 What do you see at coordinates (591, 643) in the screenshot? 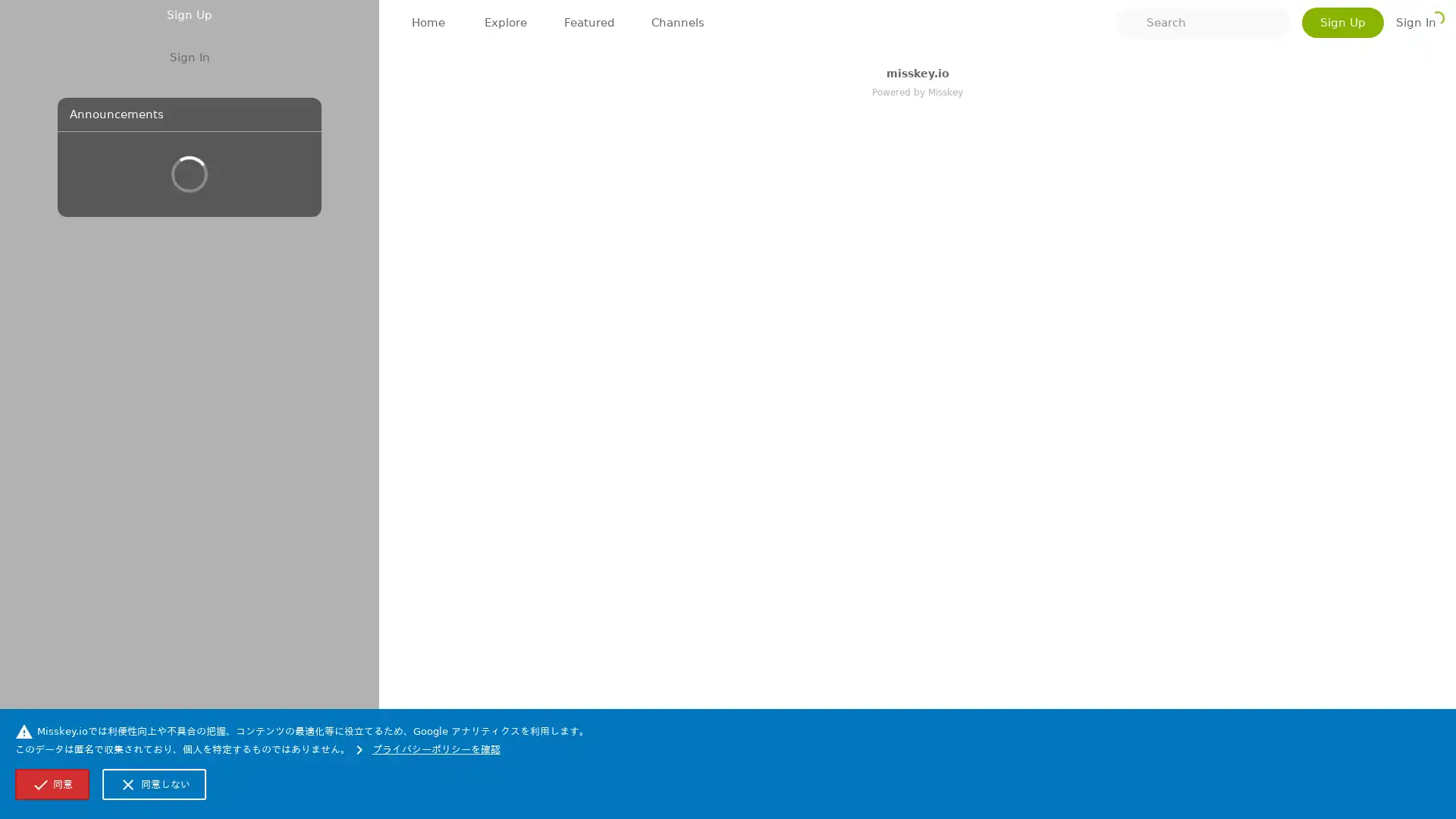
I see `+` at bounding box center [591, 643].